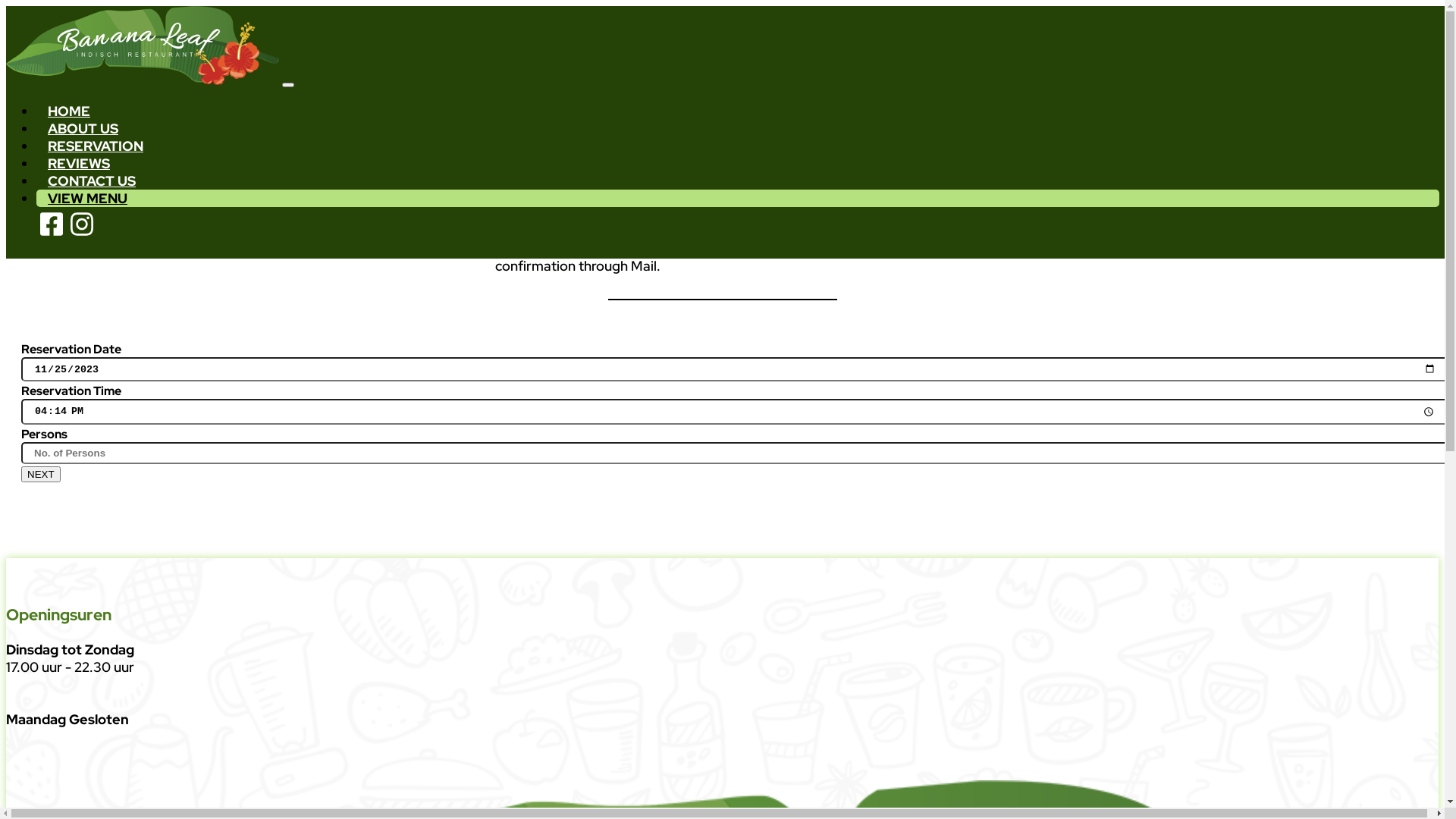 The height and width of the screenshot is (819, 1456). Describe the element at coordinates (86, 197) in the screenshot. I see `'VIEW MENU'` at that location.